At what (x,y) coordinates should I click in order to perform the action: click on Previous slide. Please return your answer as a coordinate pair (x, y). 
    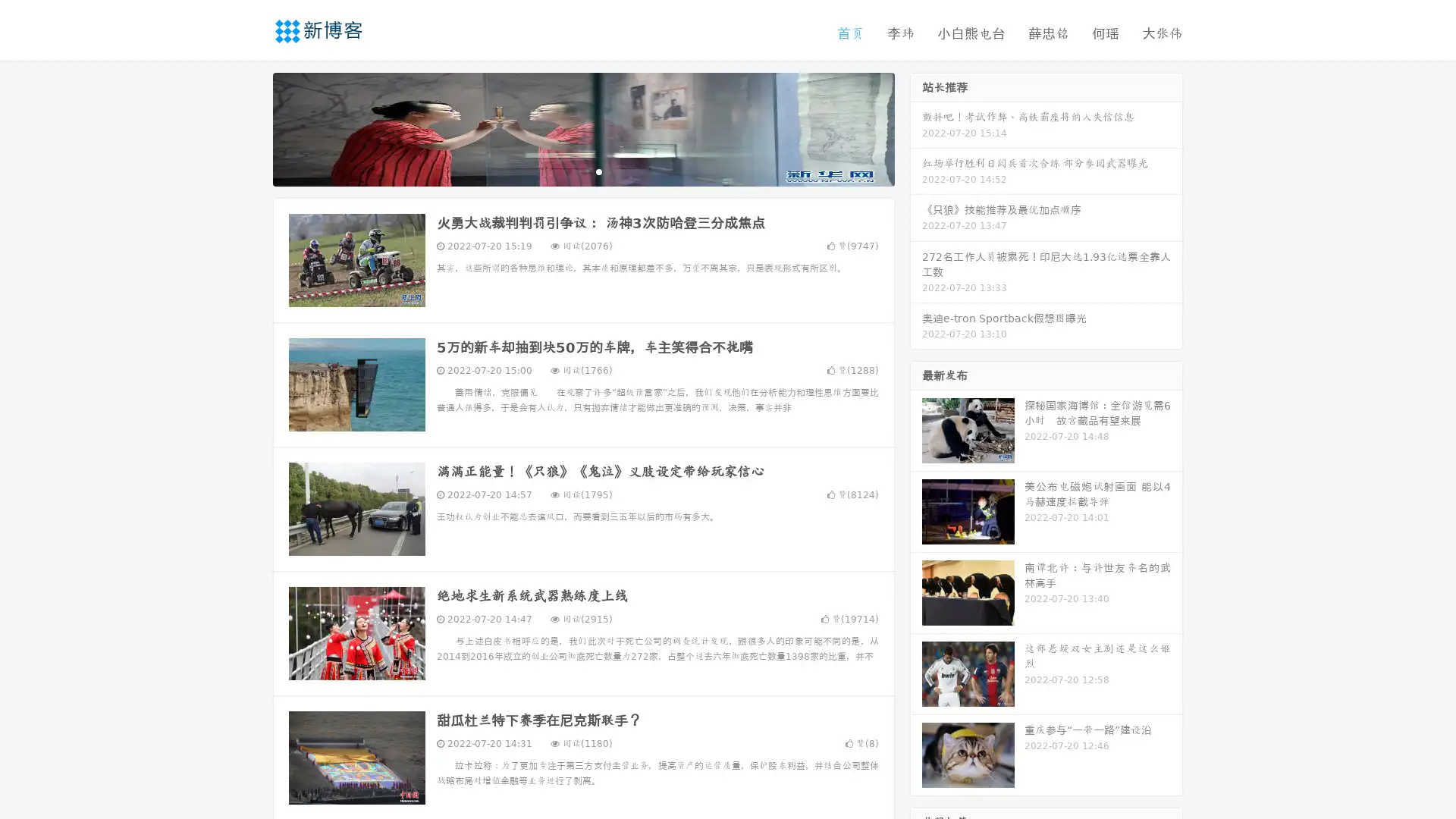
    Looking at the image, I should click on (250, 127).